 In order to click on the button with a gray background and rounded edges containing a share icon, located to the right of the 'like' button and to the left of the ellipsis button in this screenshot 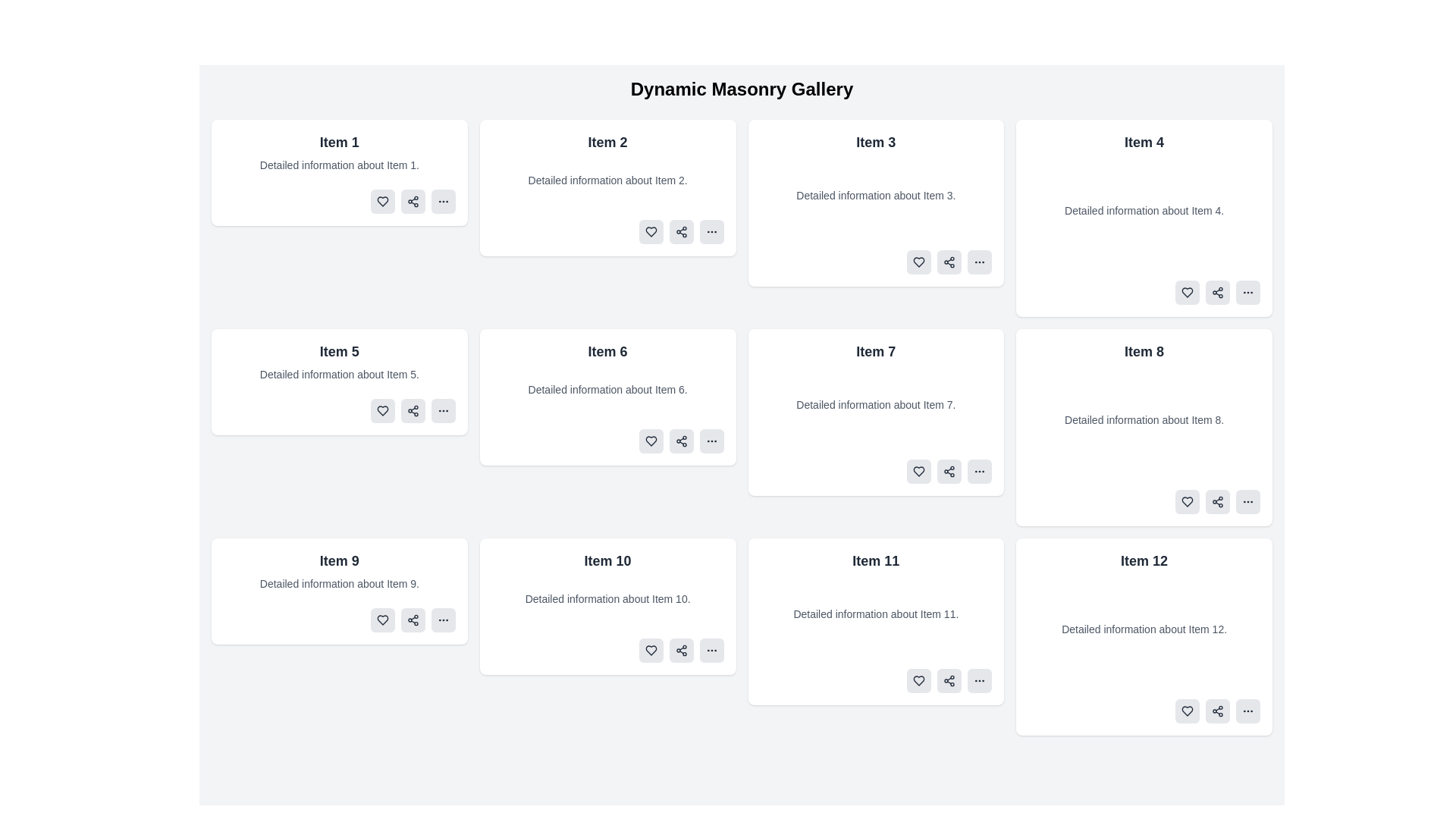, I will do `click(680, 649)`.